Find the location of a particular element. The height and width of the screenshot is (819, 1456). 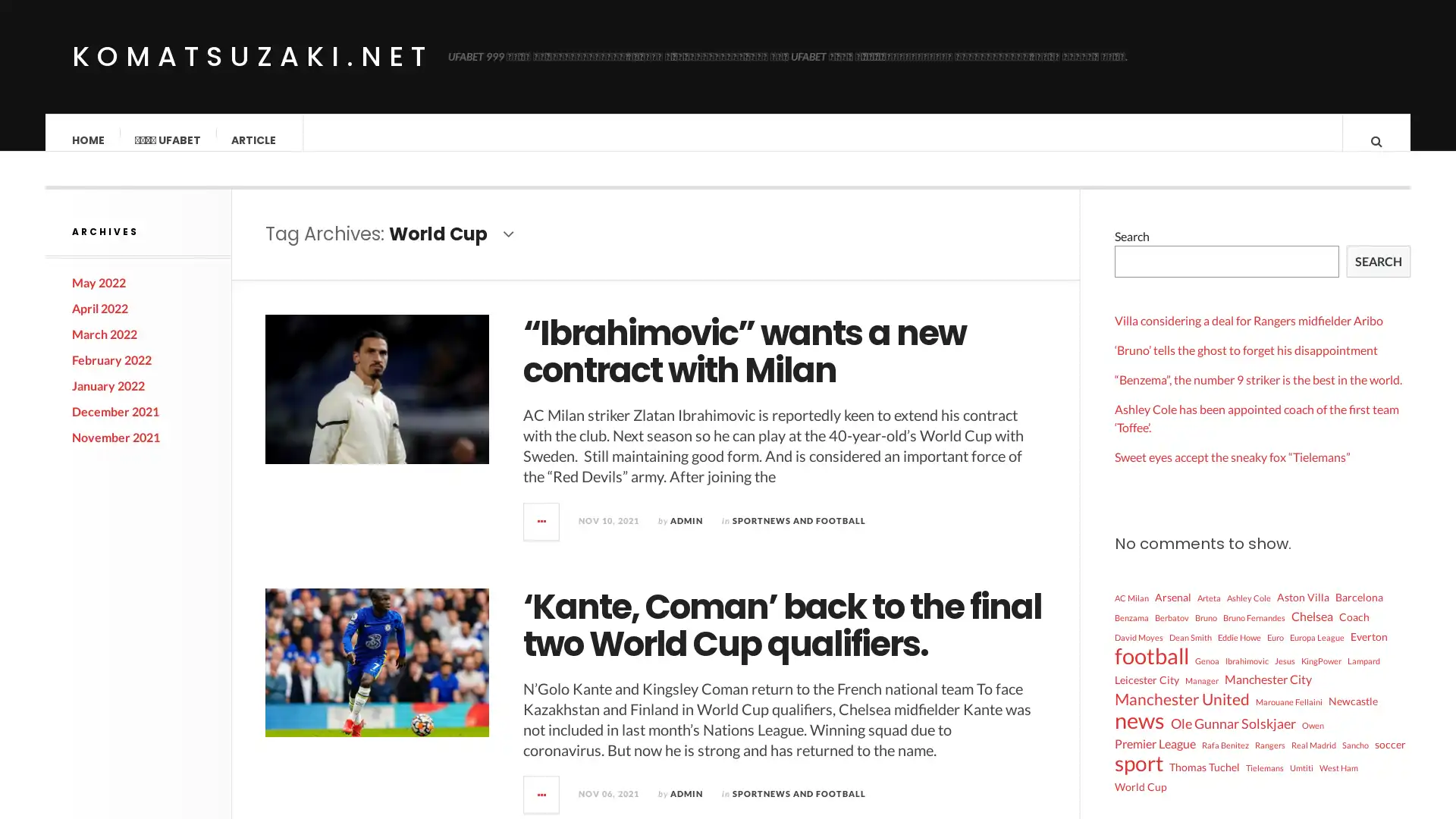

SEARCH is located at coordinates (1379, 277).